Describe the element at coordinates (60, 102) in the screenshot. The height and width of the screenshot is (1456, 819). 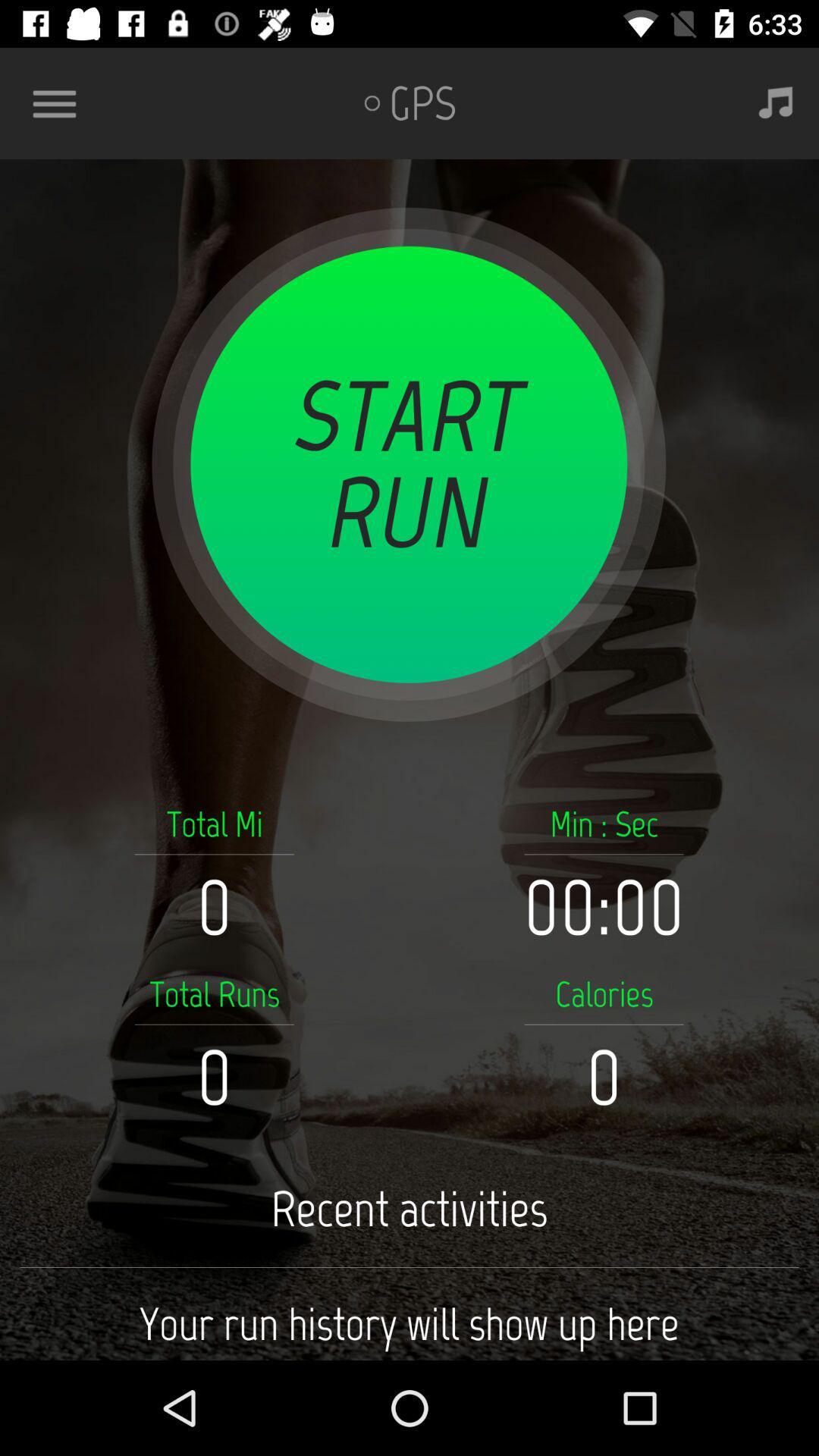
I see `show listings` at that location.